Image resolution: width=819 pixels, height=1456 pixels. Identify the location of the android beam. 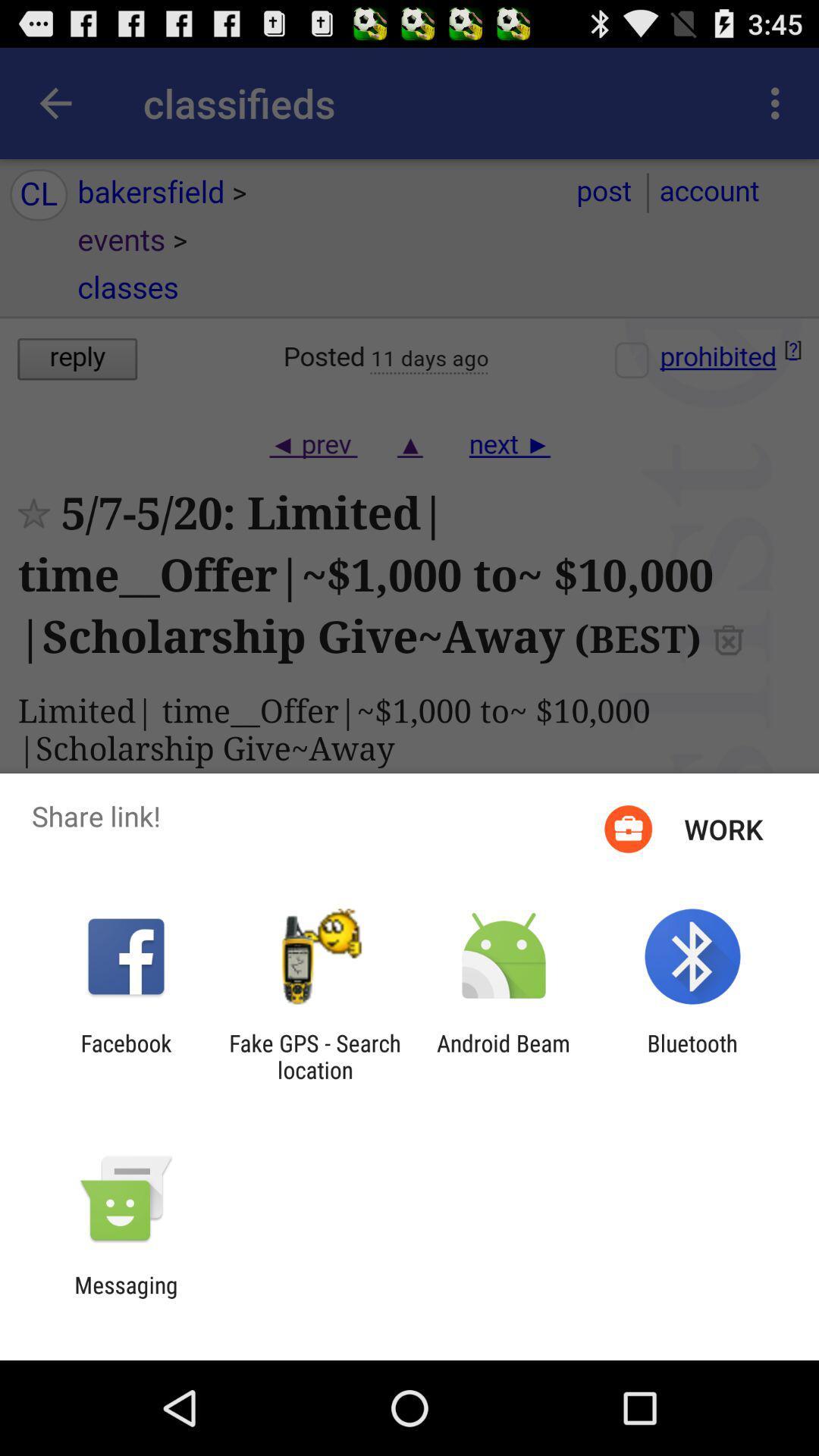
(504, 1056).